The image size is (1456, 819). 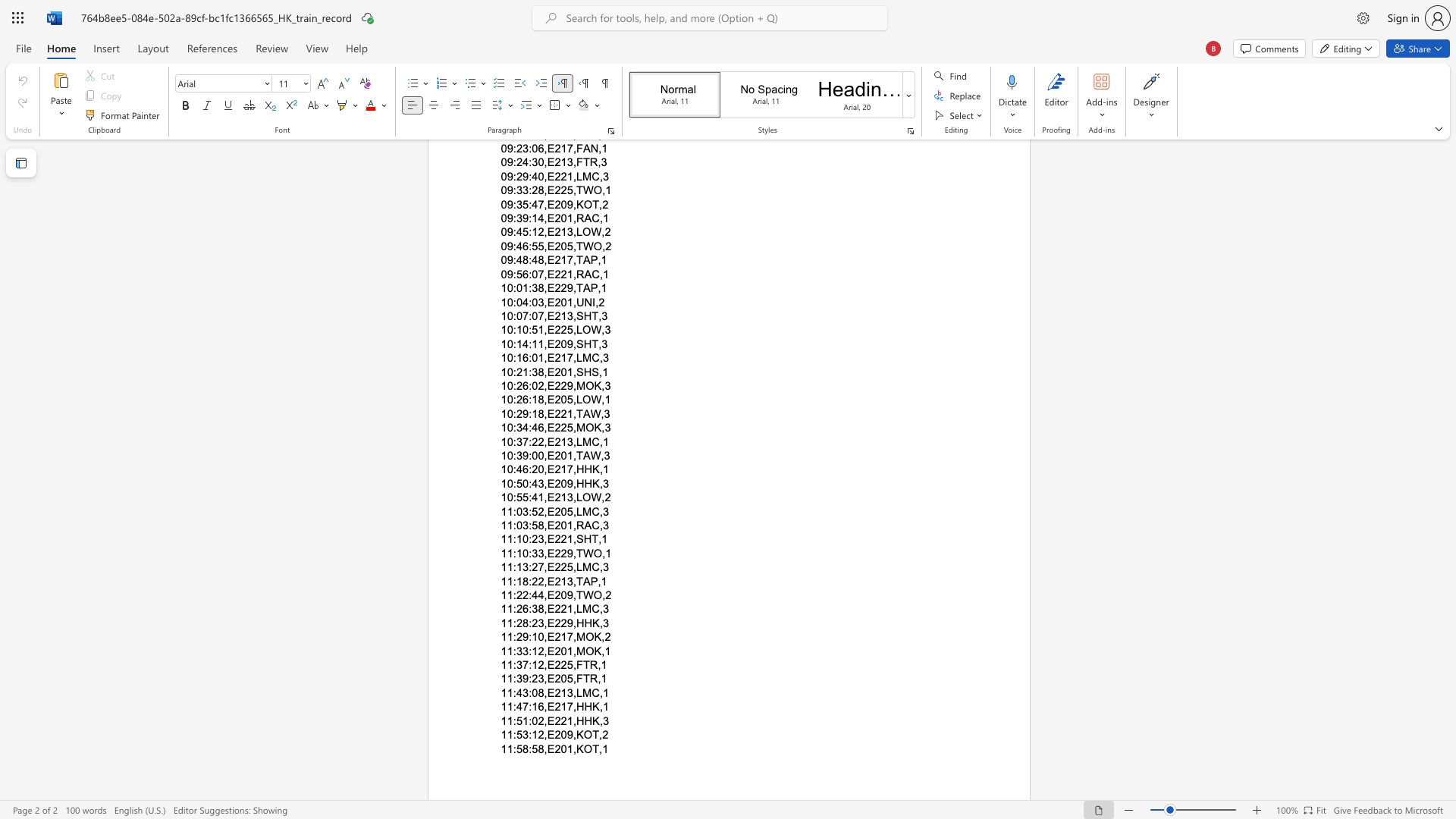 I want to click on the space between the continuous character "R" and "," in the text, so click(x=595, y=664).